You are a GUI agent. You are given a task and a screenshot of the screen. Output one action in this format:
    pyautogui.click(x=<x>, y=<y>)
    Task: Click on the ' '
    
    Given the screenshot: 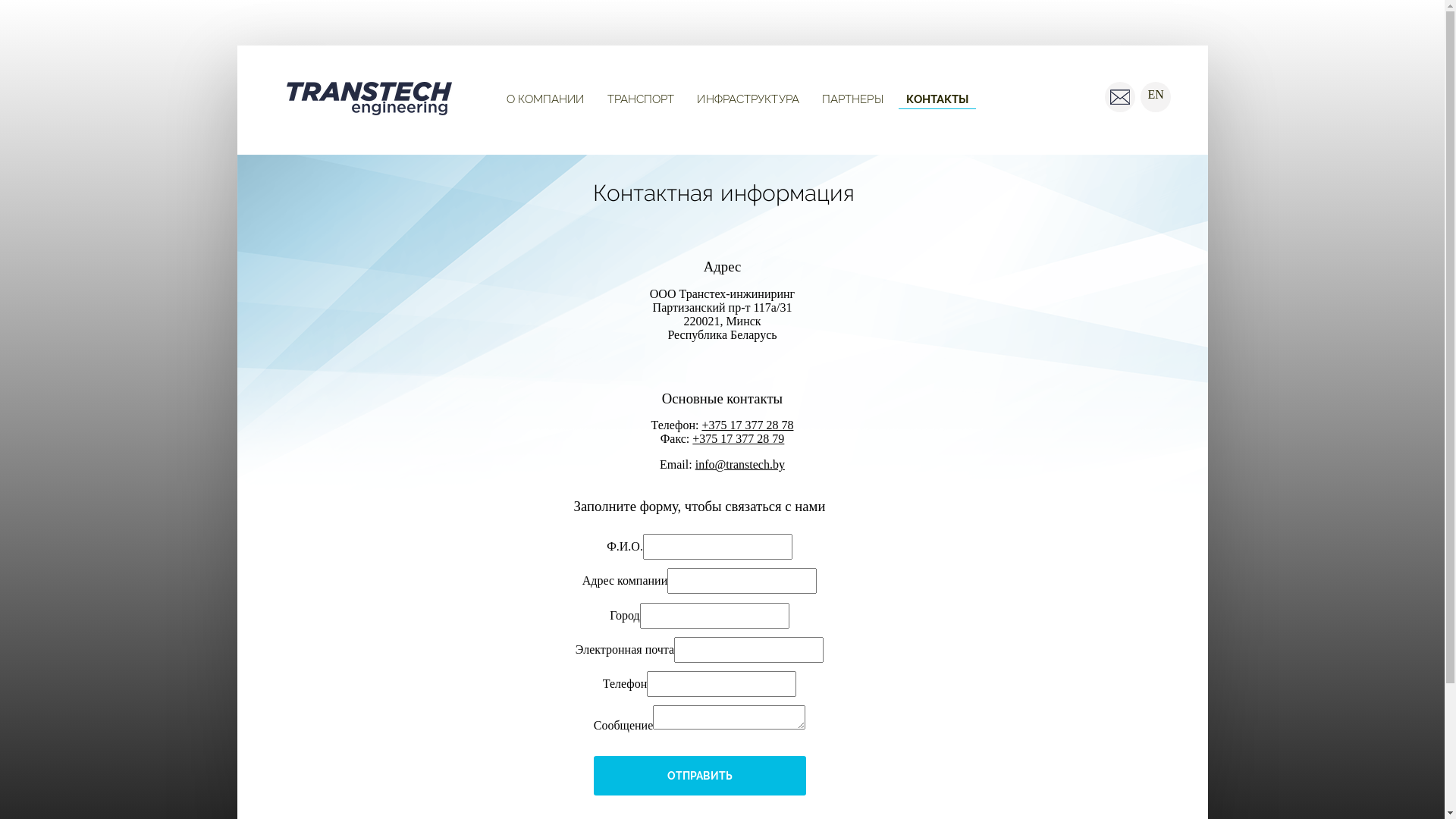 What is the action you would take?
    pyautogui.click(x=1119, y=96)
    